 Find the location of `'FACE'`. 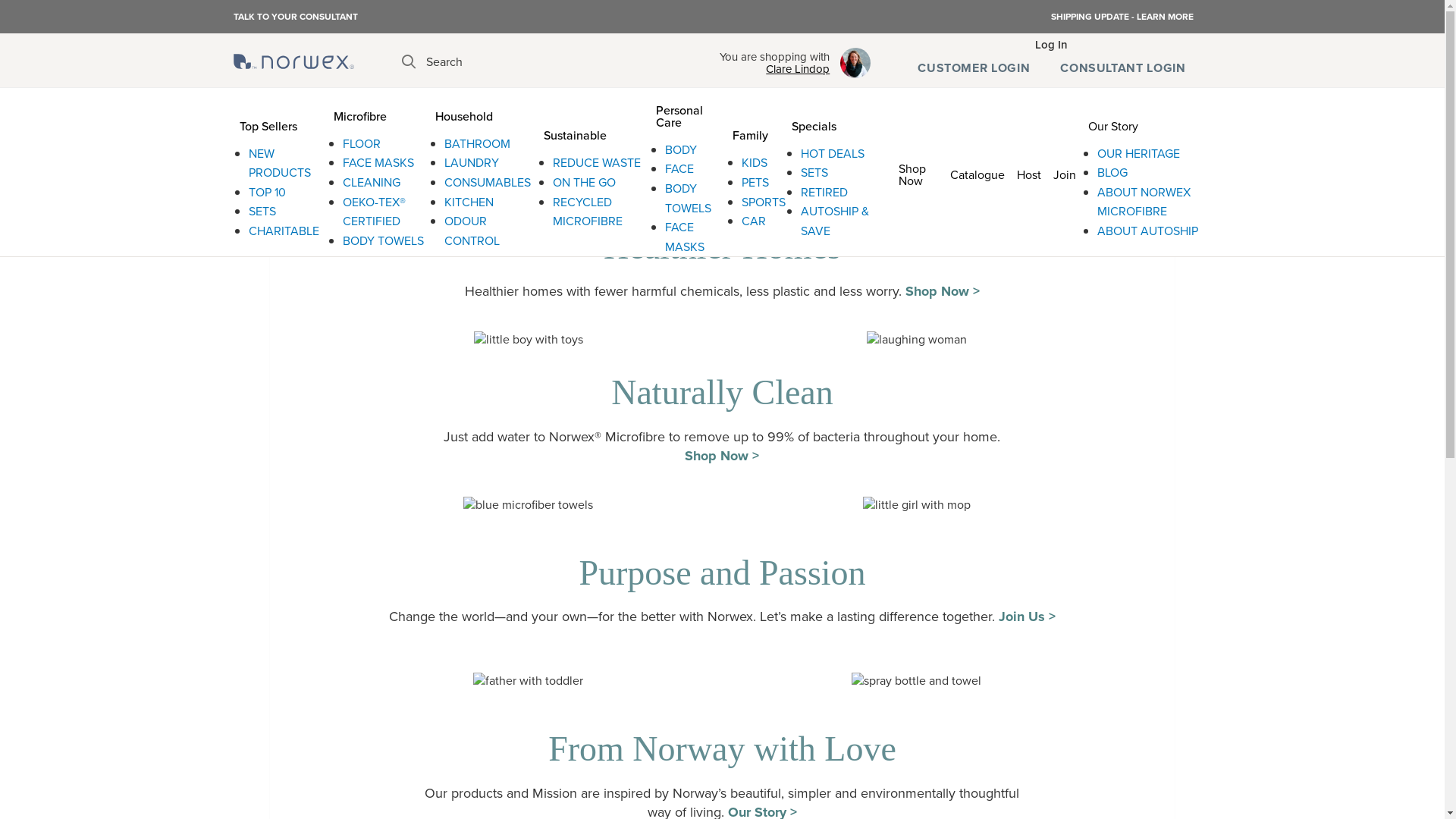

'FACE' is located at coordinates (679, 168).